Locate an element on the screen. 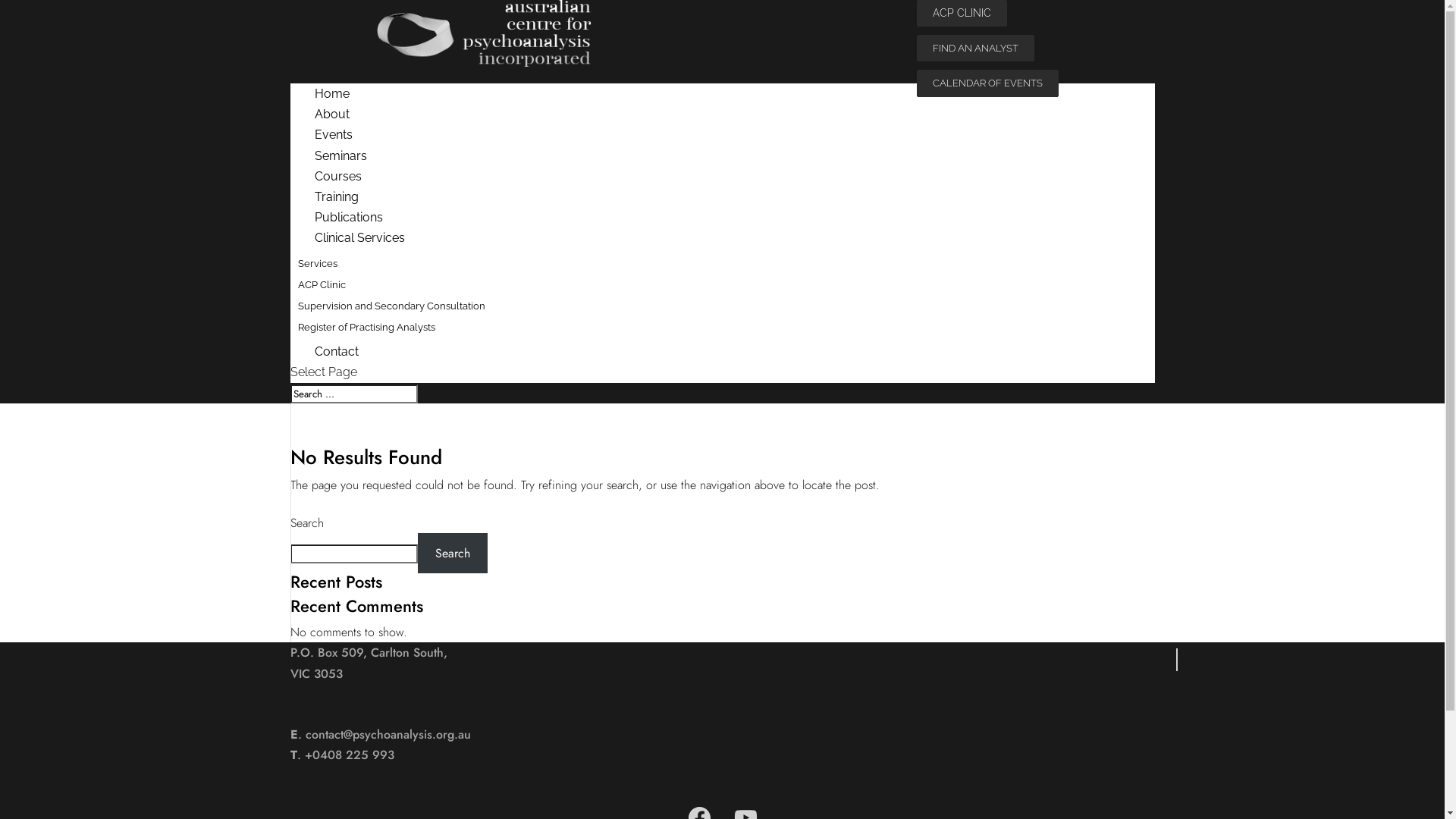 This screenshot has width=1456, height=819. 'Supervision and Secondary Consultation' is located at coordinates (391, 306).